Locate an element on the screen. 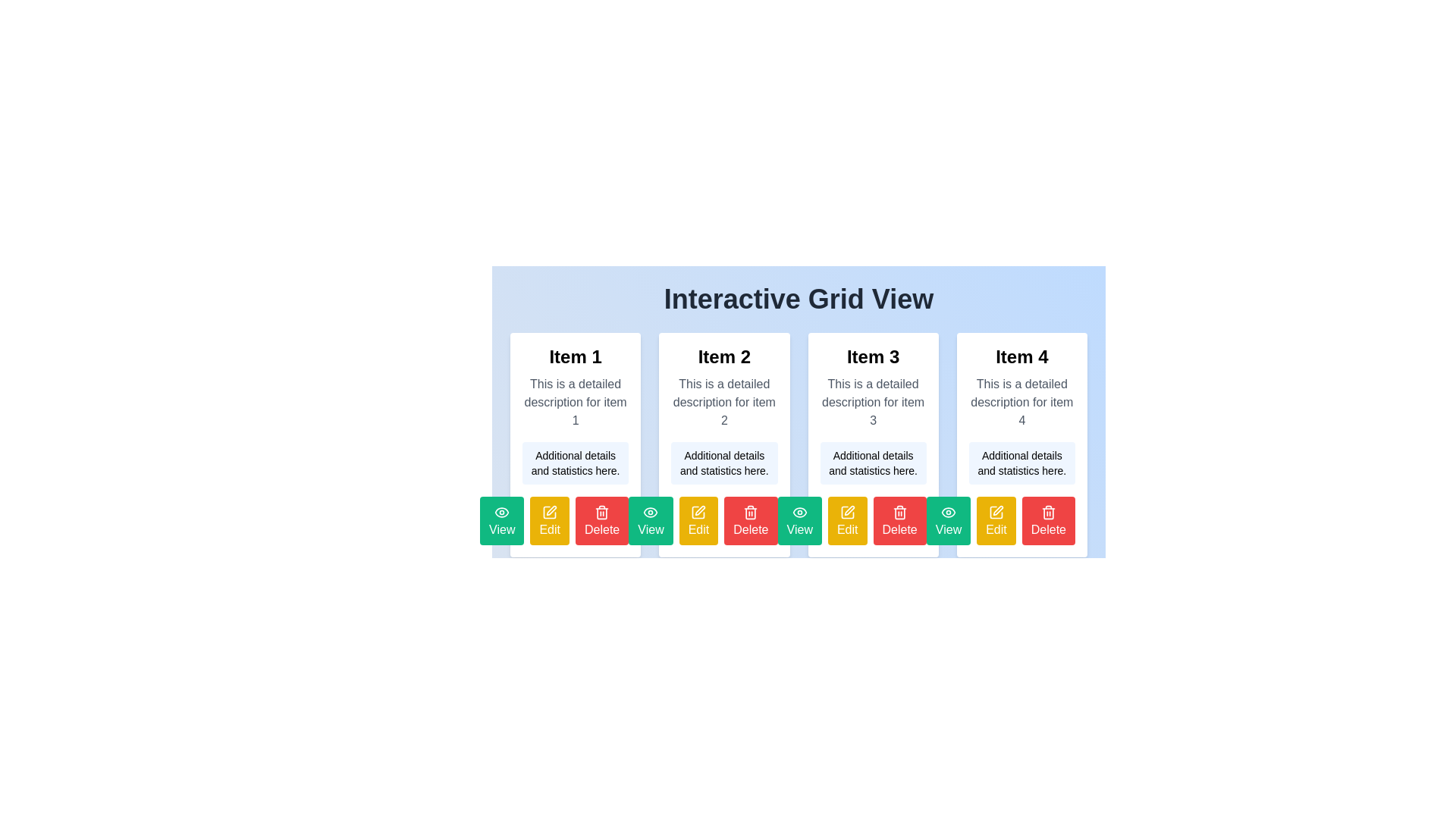  the red 'Delete' button with a trash can icon is located at coordinates (1047, 519).